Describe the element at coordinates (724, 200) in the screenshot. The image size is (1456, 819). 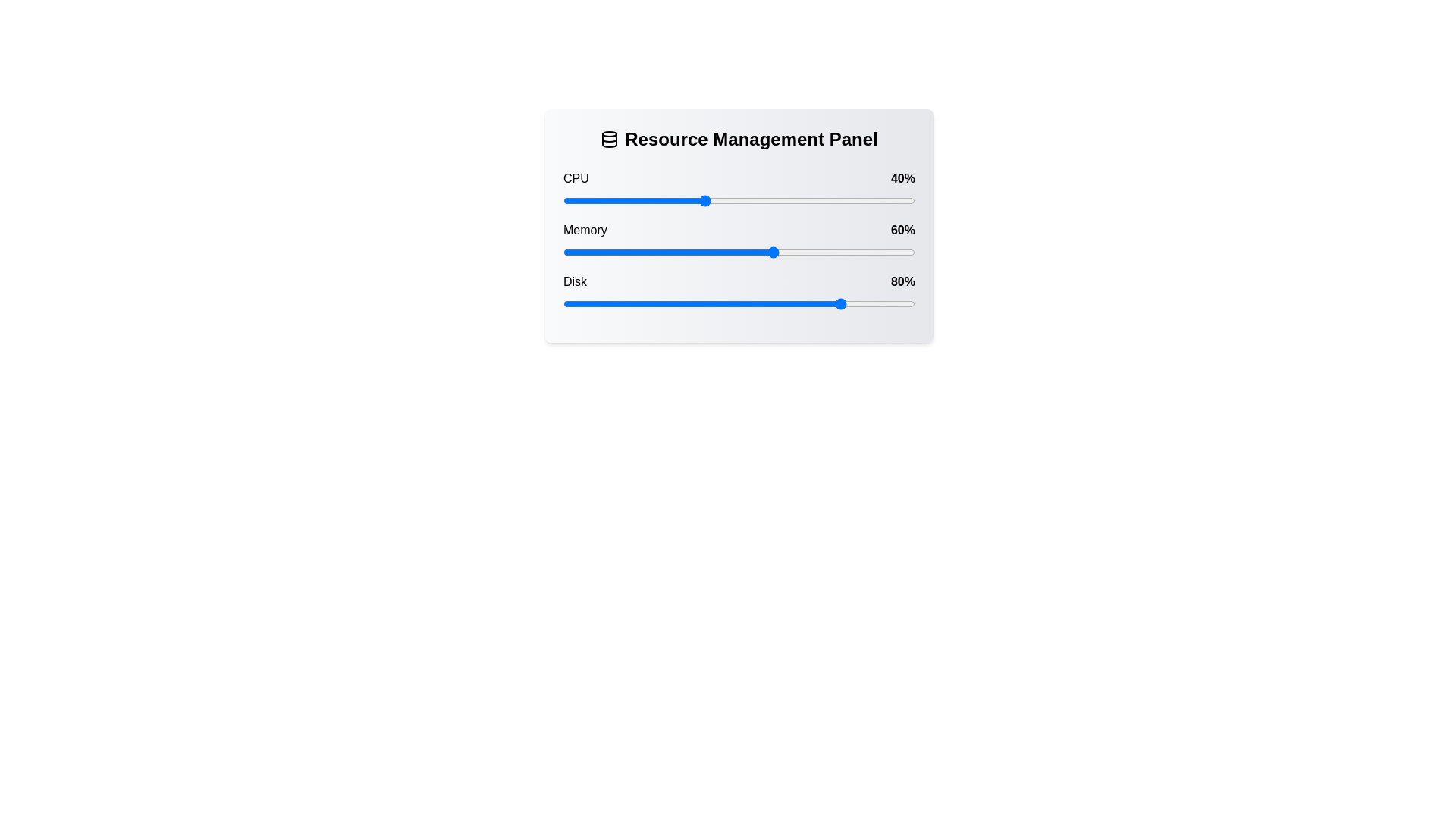
I see `the CPU slider to 46%` at that location.